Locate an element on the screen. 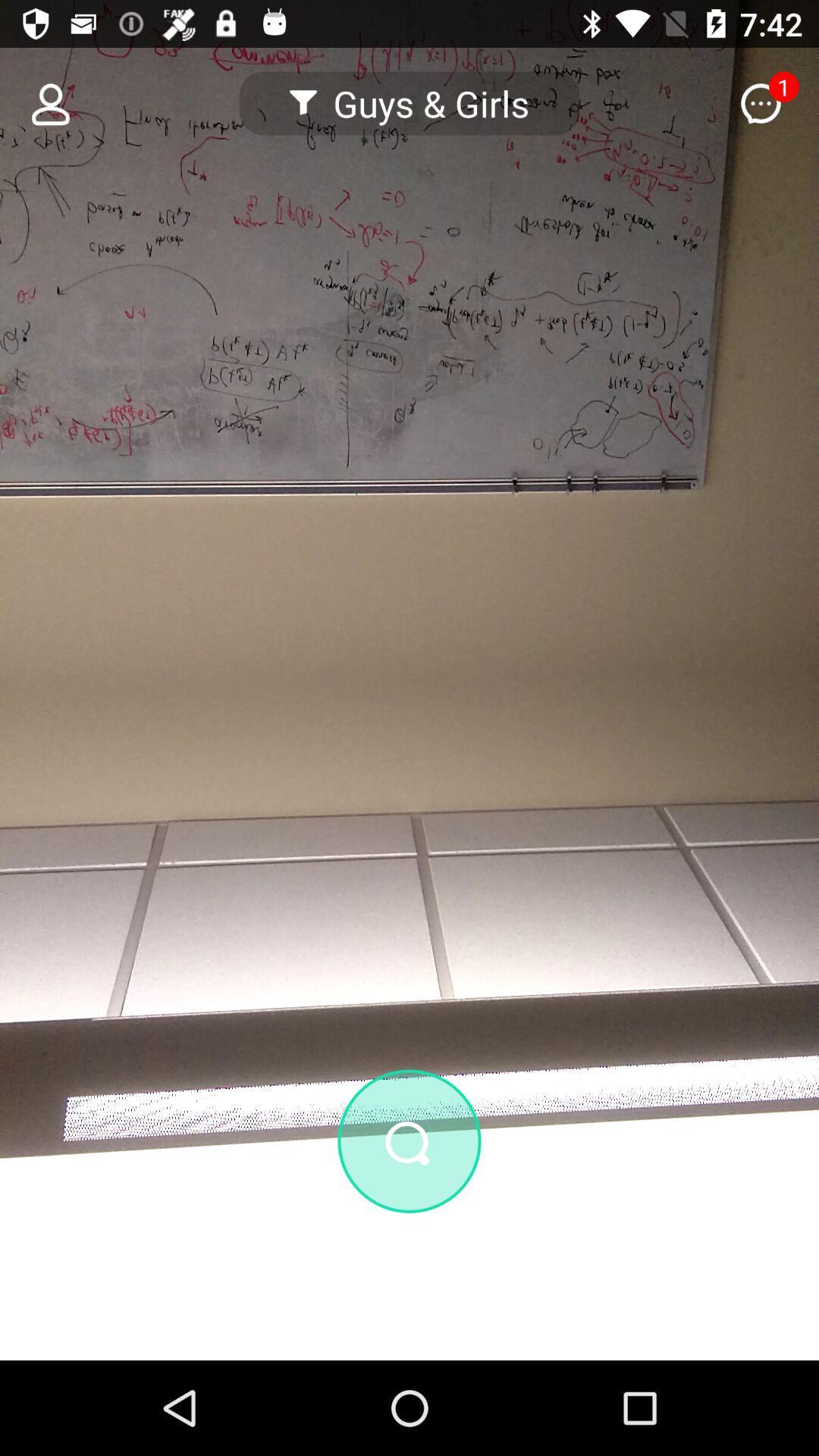 The width and height of the screenshot is (819, 1456). item below the guys & girls icon is located at coordinates (409, 1141).